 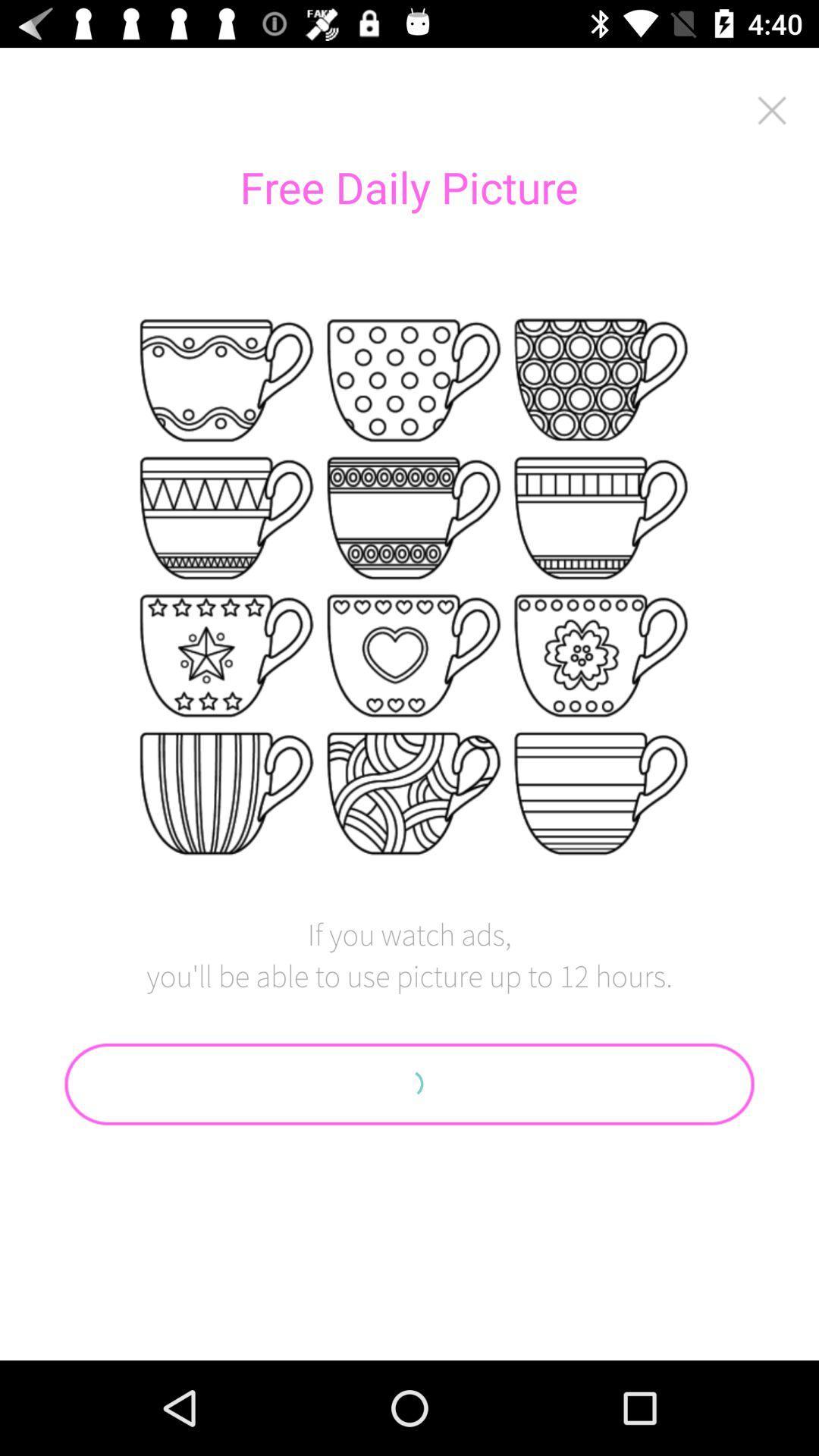 What do you see at coordinates (772, 109) in the screenshot?
I see `icon at the top right corner` at bounding box center [772, 109].